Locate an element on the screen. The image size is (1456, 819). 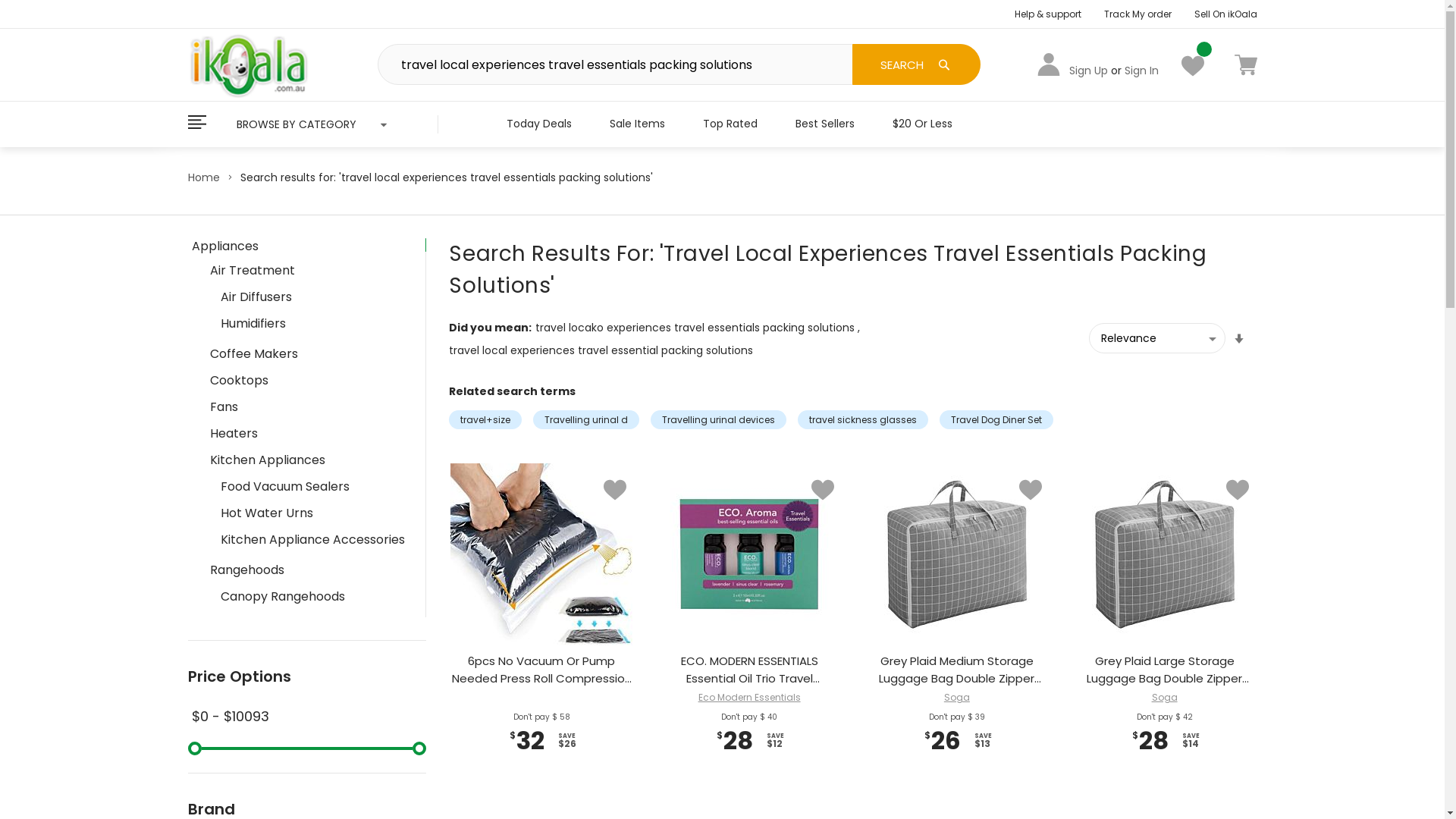
'Handheld Vacuum Cleaners' is located at coordinates (312, 651).